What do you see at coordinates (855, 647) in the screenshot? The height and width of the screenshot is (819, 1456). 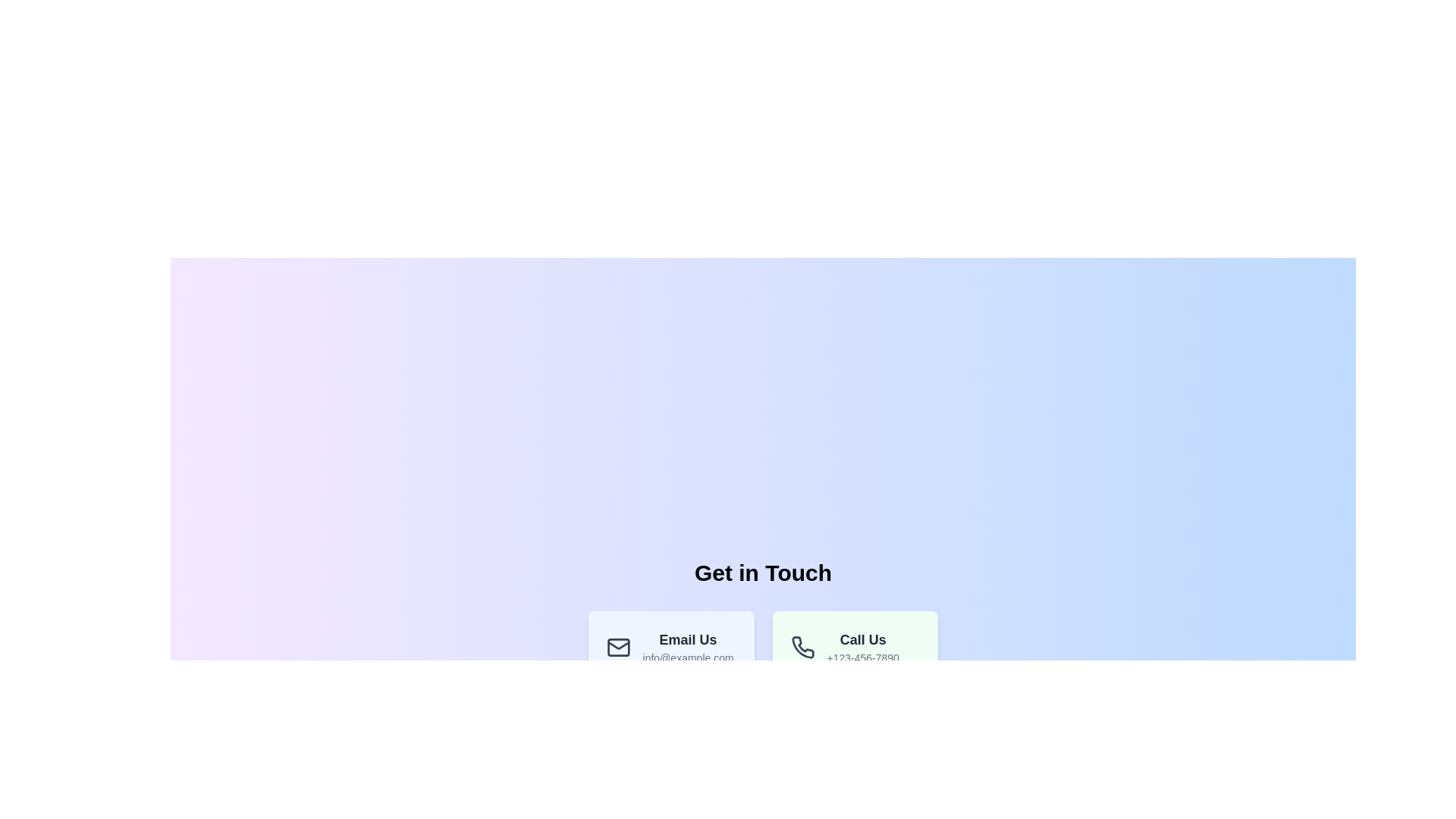 I see `the Informational Card displaying the phone number, which is the second item in the grid layout of contact method cards` at bounding box center [855, 647].